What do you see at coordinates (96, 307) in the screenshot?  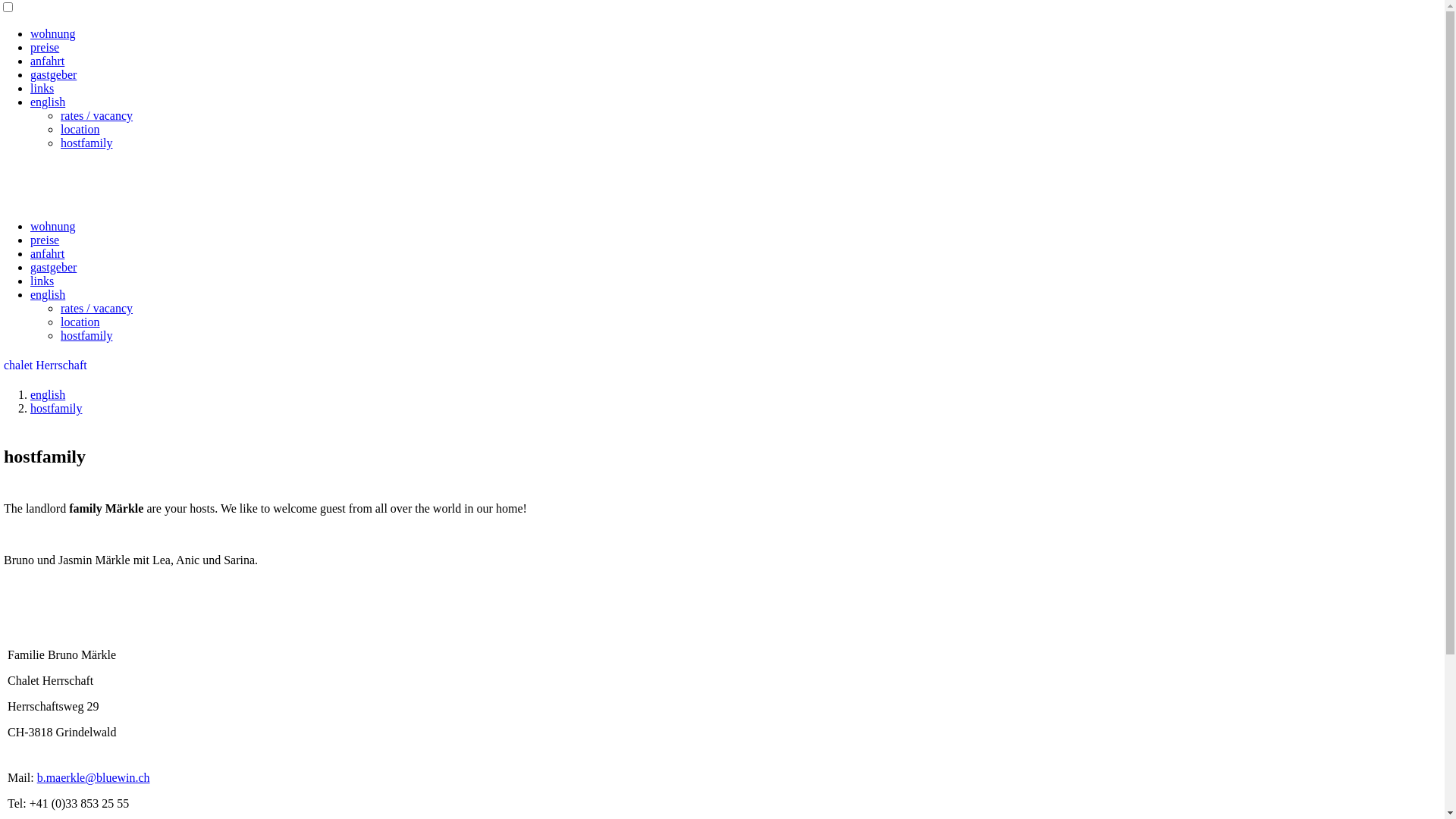 I see `'rates / vacancy'` at bounding box center [96, 307].